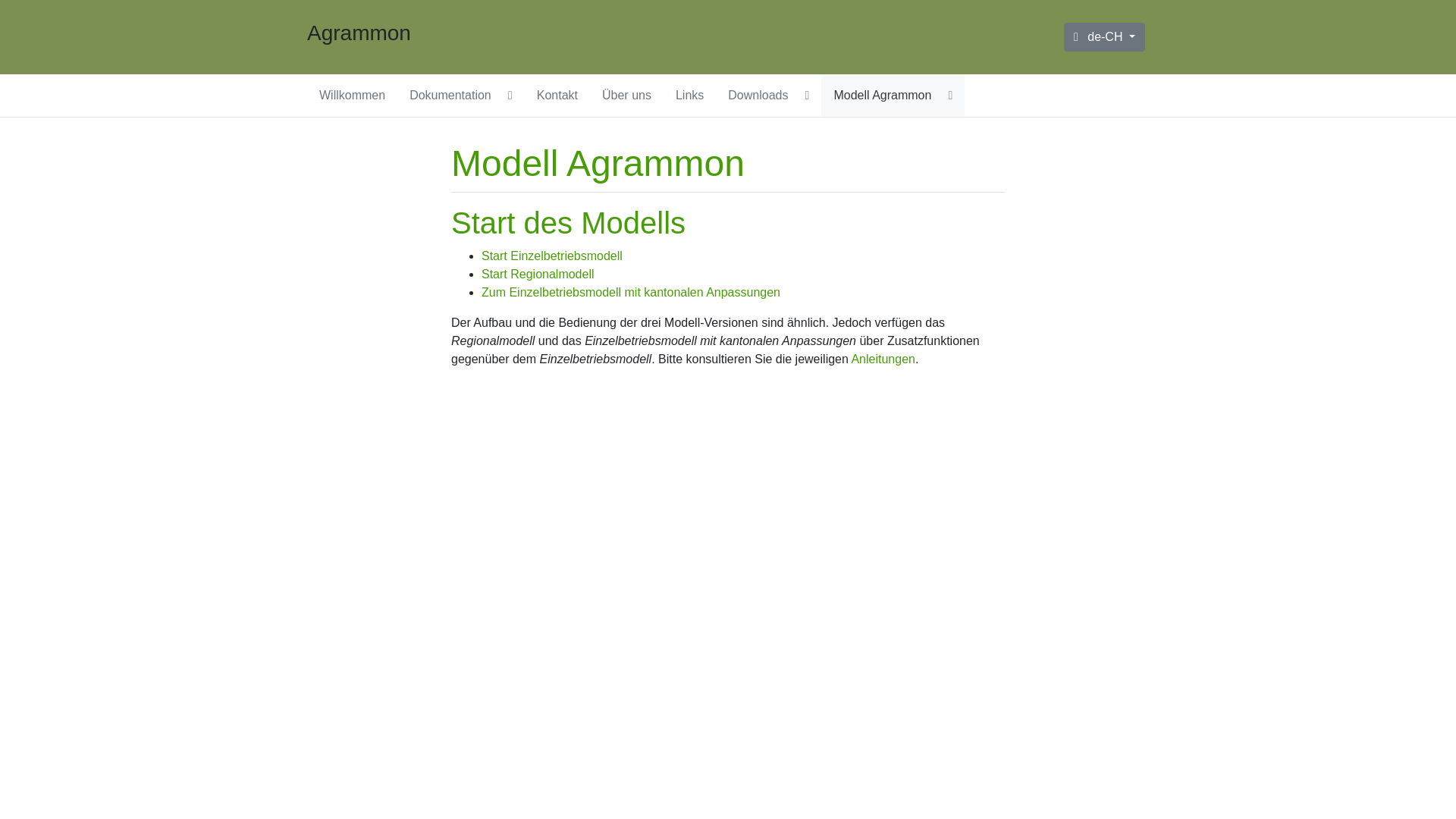  Describe the element at coordinates (306, 96) in the screenshot. I see `'Willkommen'` at that location.